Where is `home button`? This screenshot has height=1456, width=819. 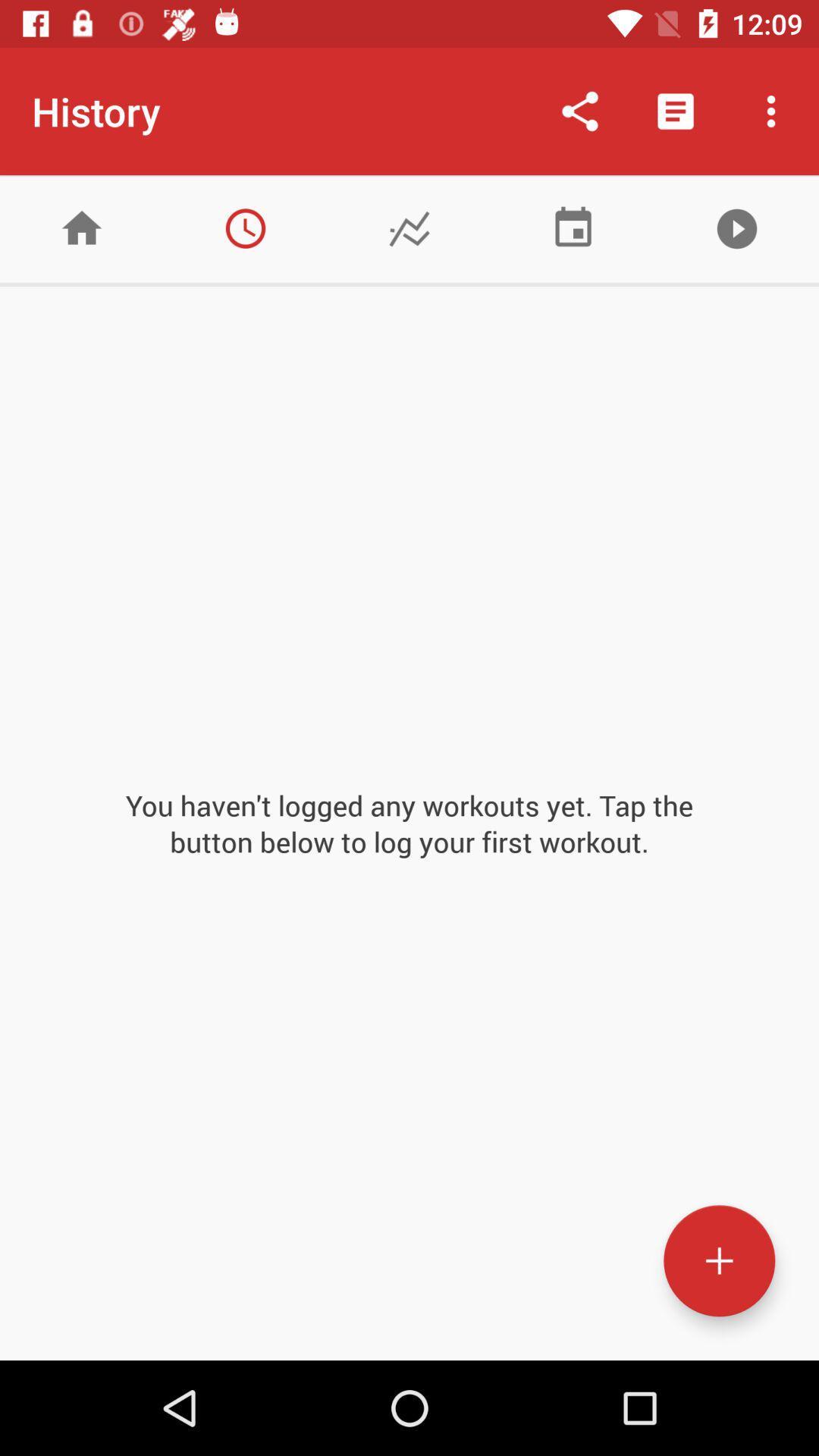
home button is located at coordinates (82, 227).